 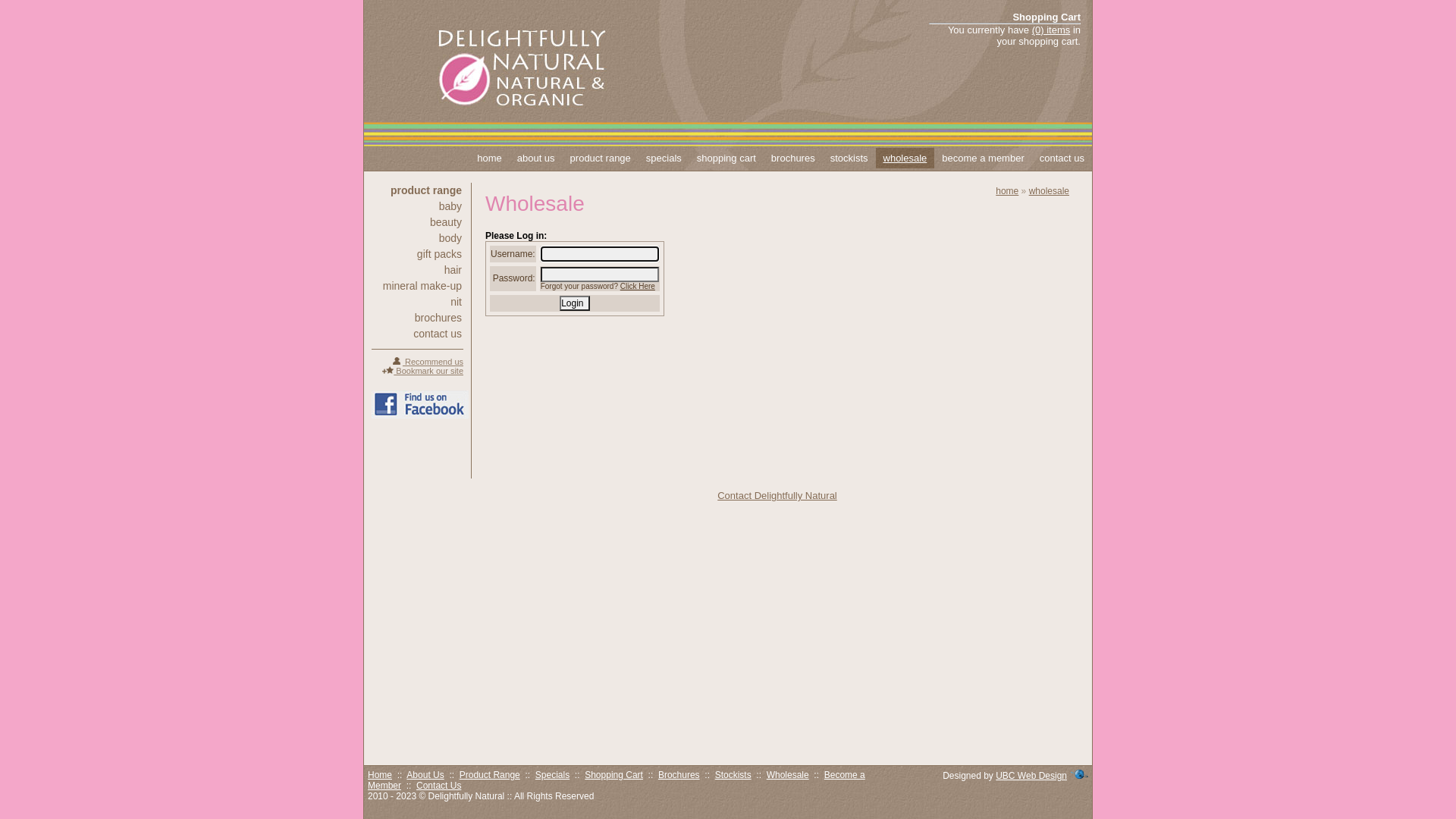 What do you see at coordinates (876, 158) in the screenshot?
I see `'wholesale'` at bounding box center [876, 158].